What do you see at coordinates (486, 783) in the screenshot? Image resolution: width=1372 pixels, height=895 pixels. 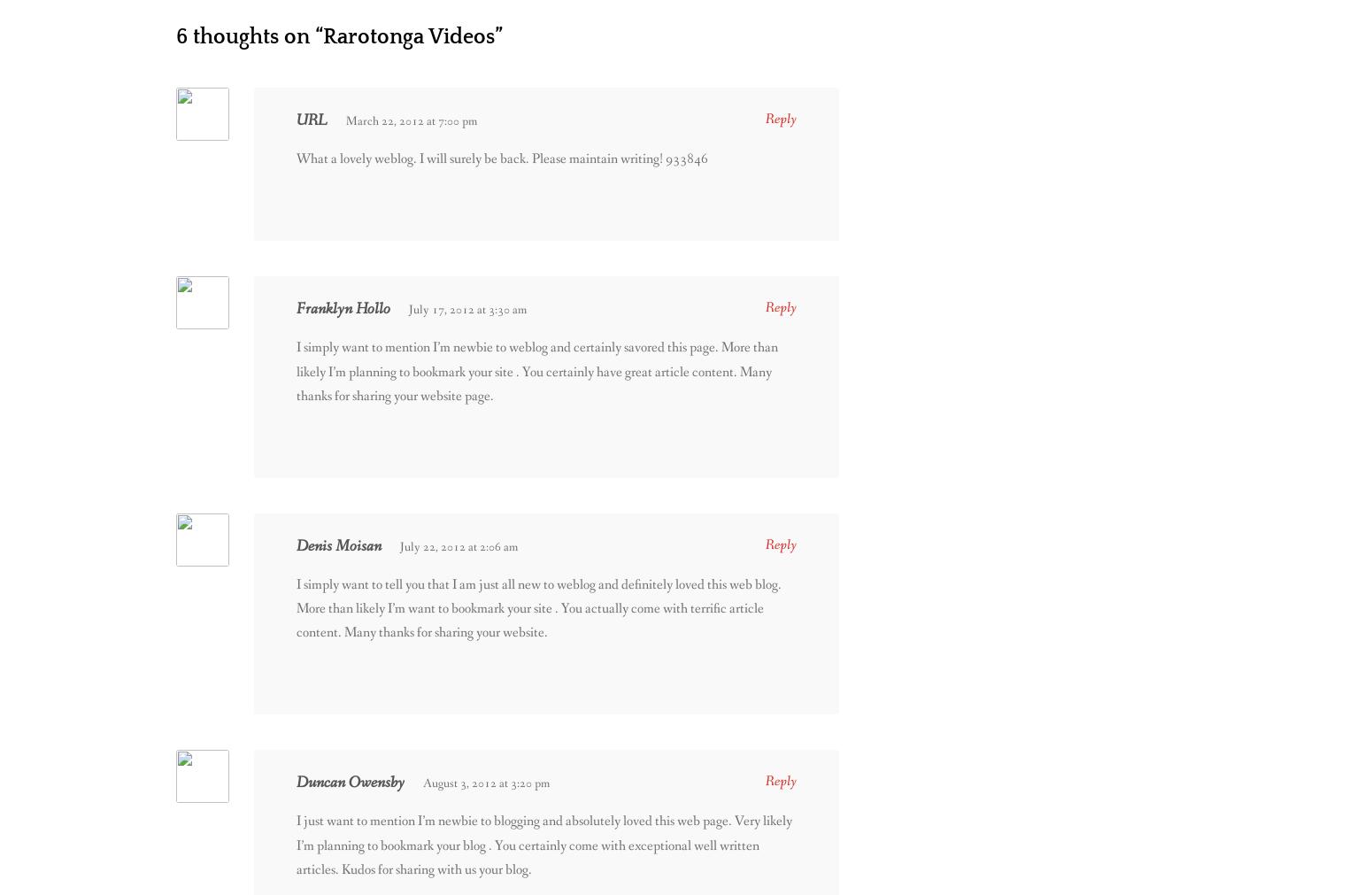 I see `'August 3, 2012 at 3:20 pm'` at bounding box center [486, 783].